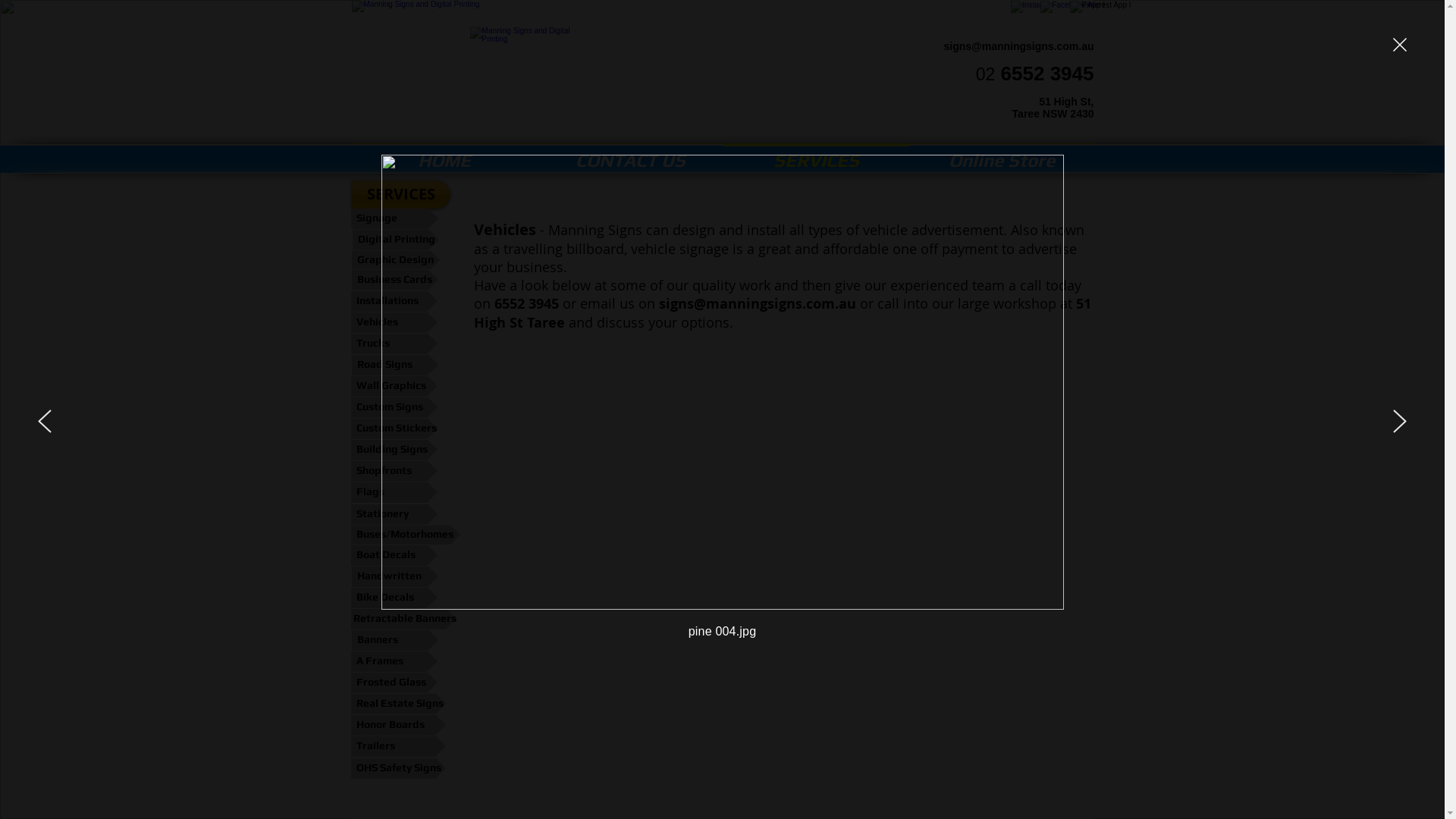 The width and height of the screenshot is (1456, 819). I want to click on 'Vehicles', so click(349, 322).